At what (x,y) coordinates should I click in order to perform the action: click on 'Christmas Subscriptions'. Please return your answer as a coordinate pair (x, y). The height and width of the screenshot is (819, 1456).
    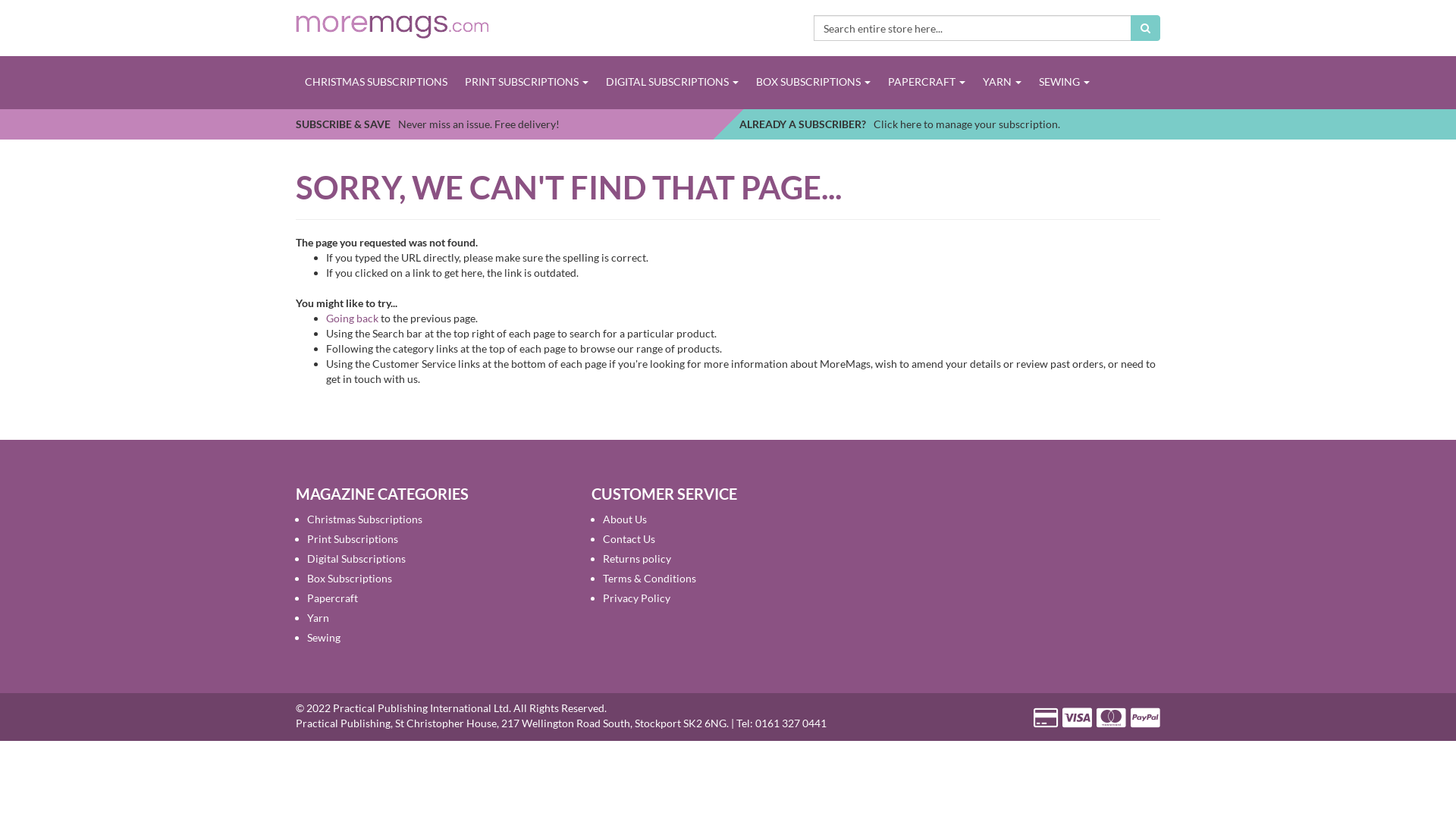
    Looking at the image, I should click on (364, 518).